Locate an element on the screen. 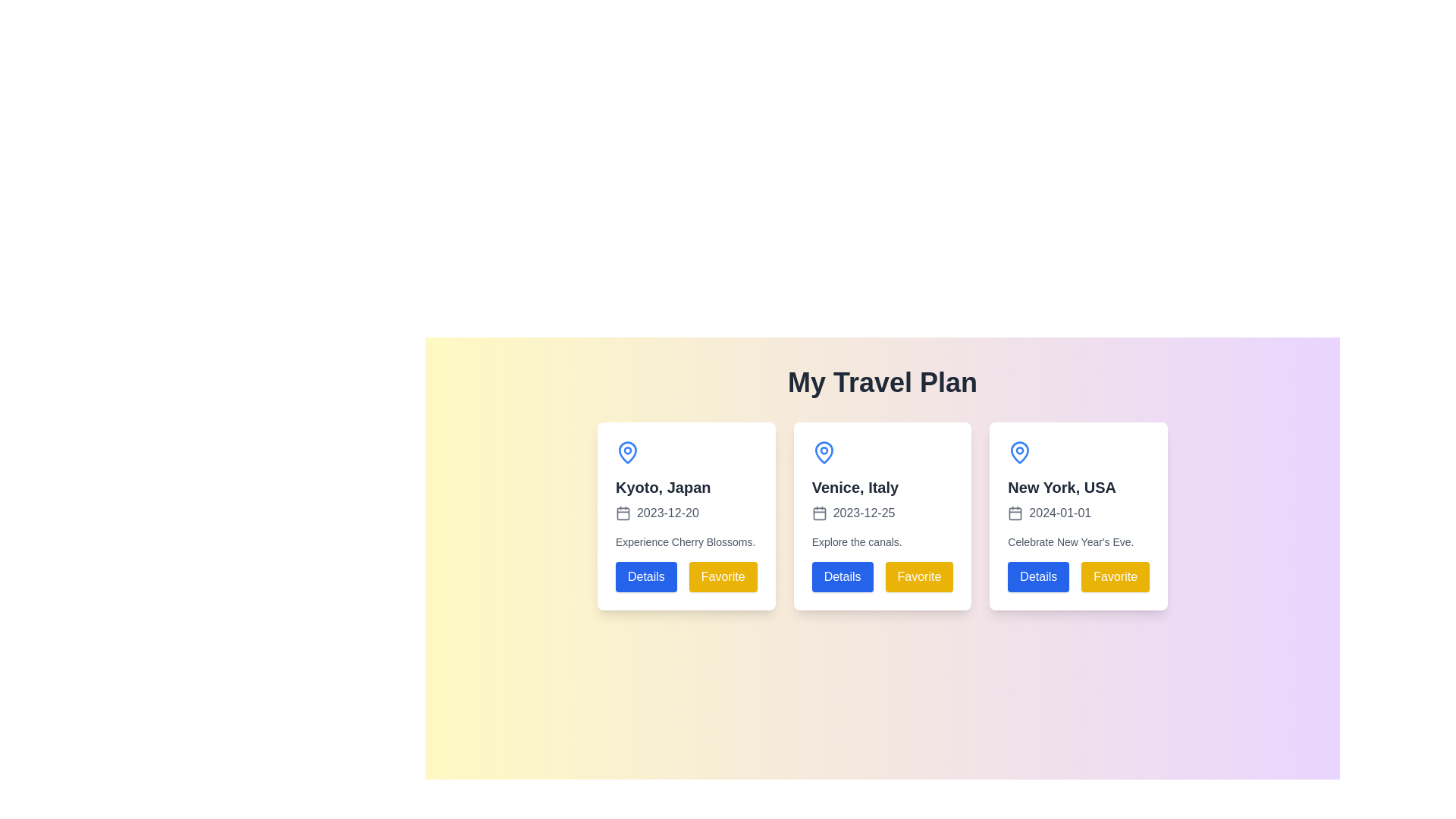 The height and width of the screenshot is (819, 1456). the 'Favorite' button with a yellow background and white text located at the bottom-right corner of the middle card in 'My Travel Plan' is located at coordinates (918, 576).